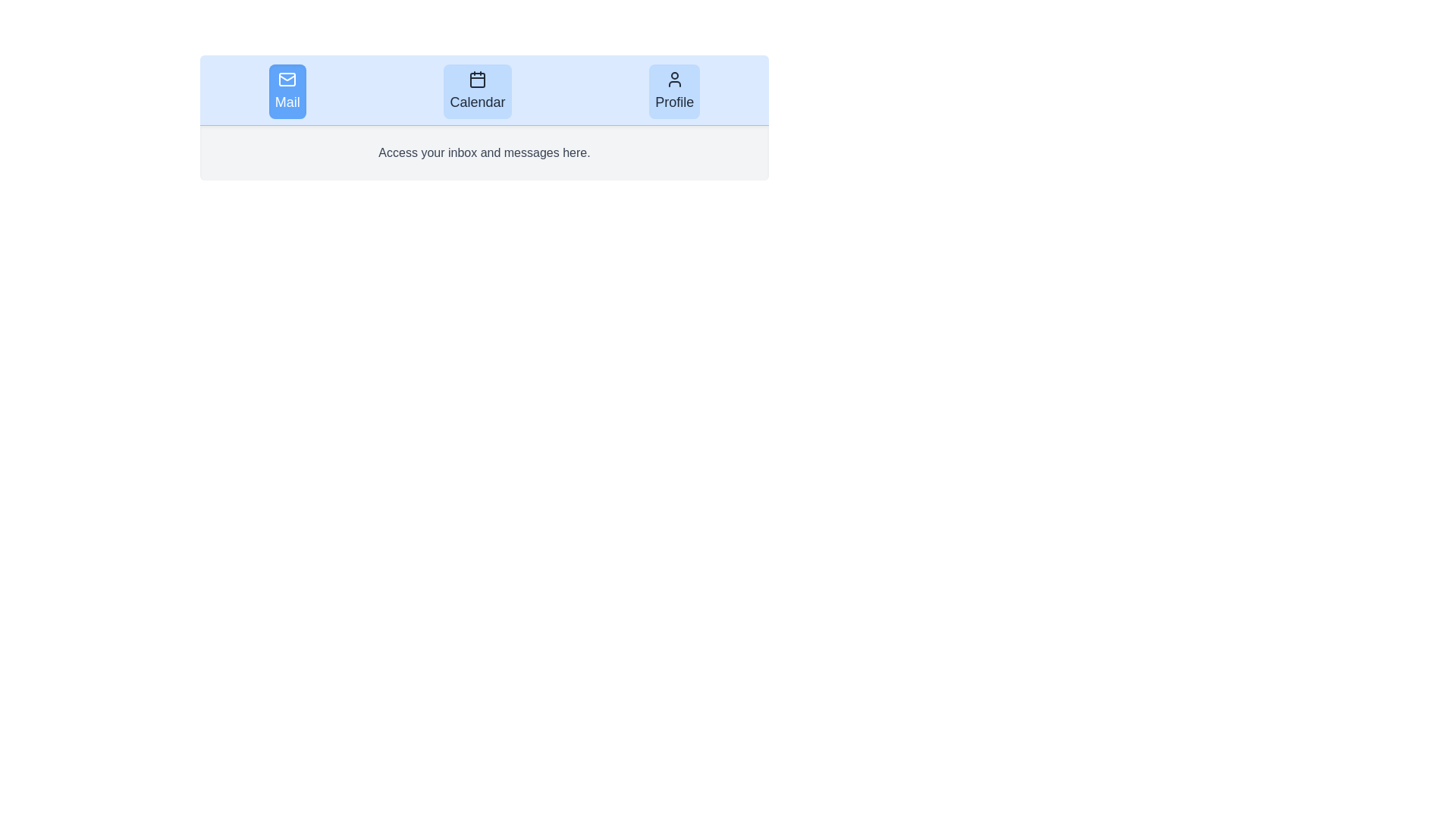 This screenshot has width=1456, height=819. What do you see at coordinates (287, 91) in the screenshot?
I see `the tab labeled Mail to observe visual changes` at bounding box center [287, 91].